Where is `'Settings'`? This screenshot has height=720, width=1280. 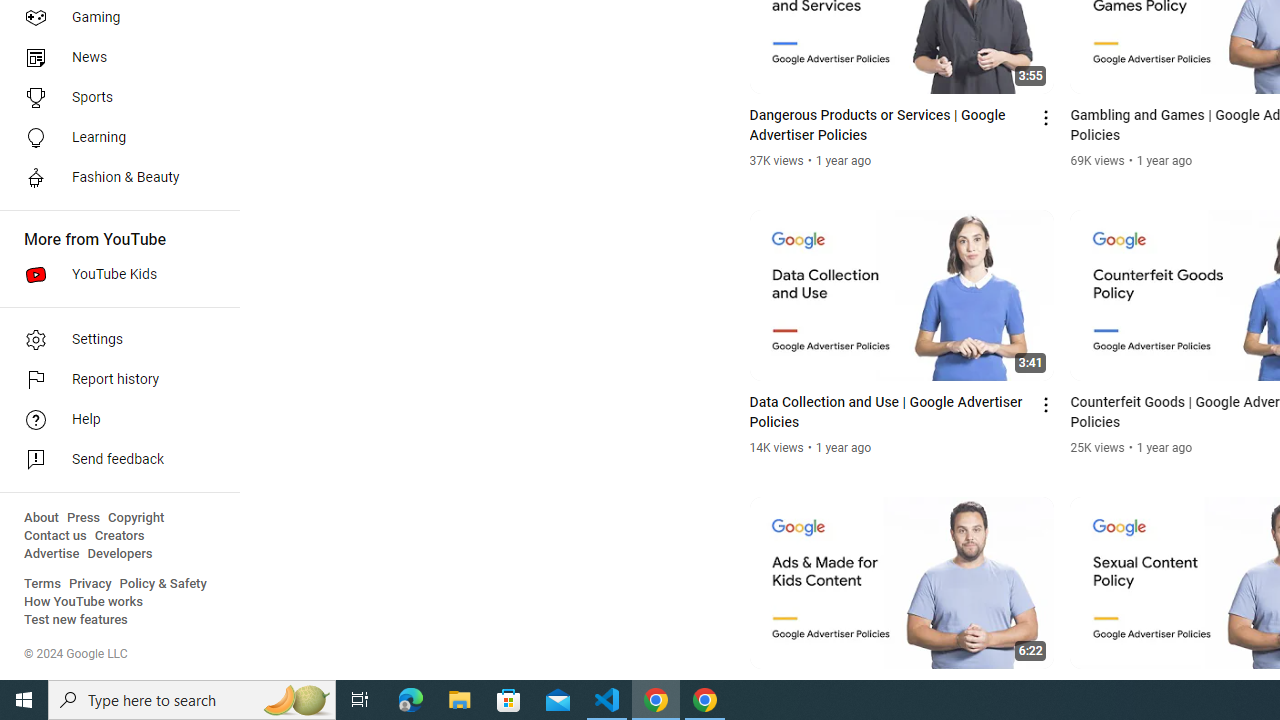
'Settings' is located at coordinates (112, 338).